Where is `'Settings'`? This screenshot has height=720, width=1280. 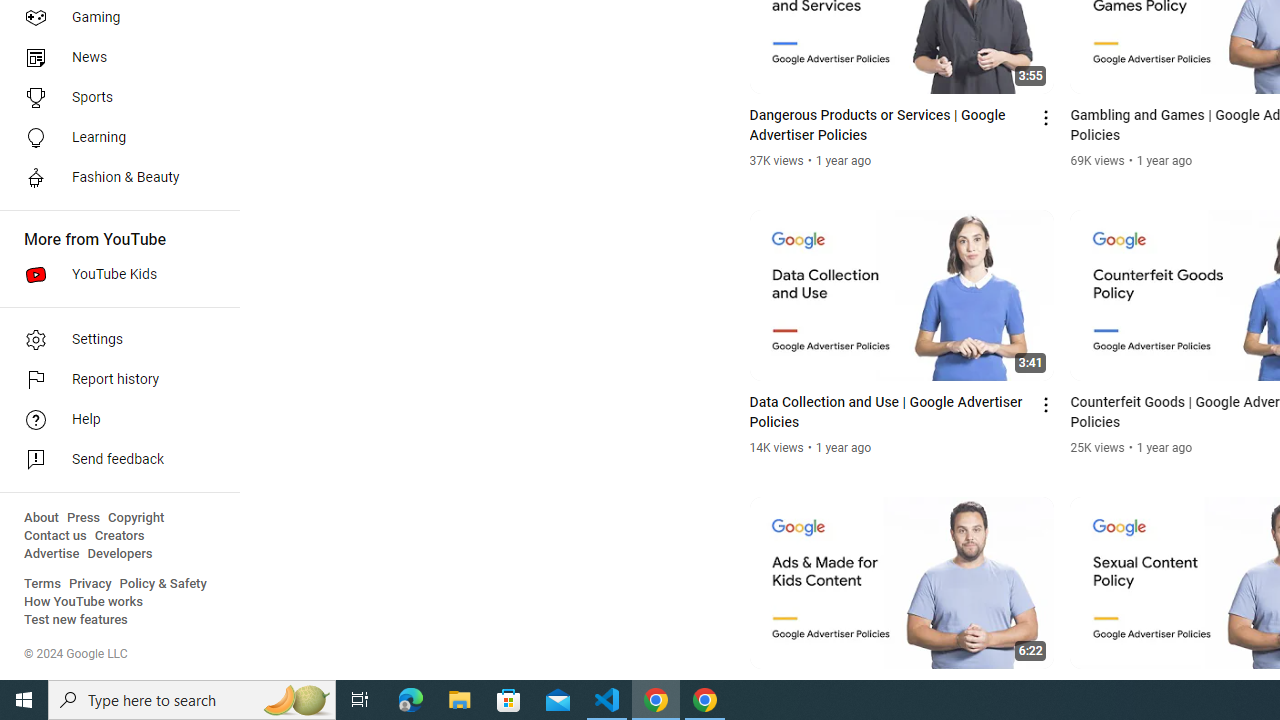
'Settings' is located at coordinates (112, 338).